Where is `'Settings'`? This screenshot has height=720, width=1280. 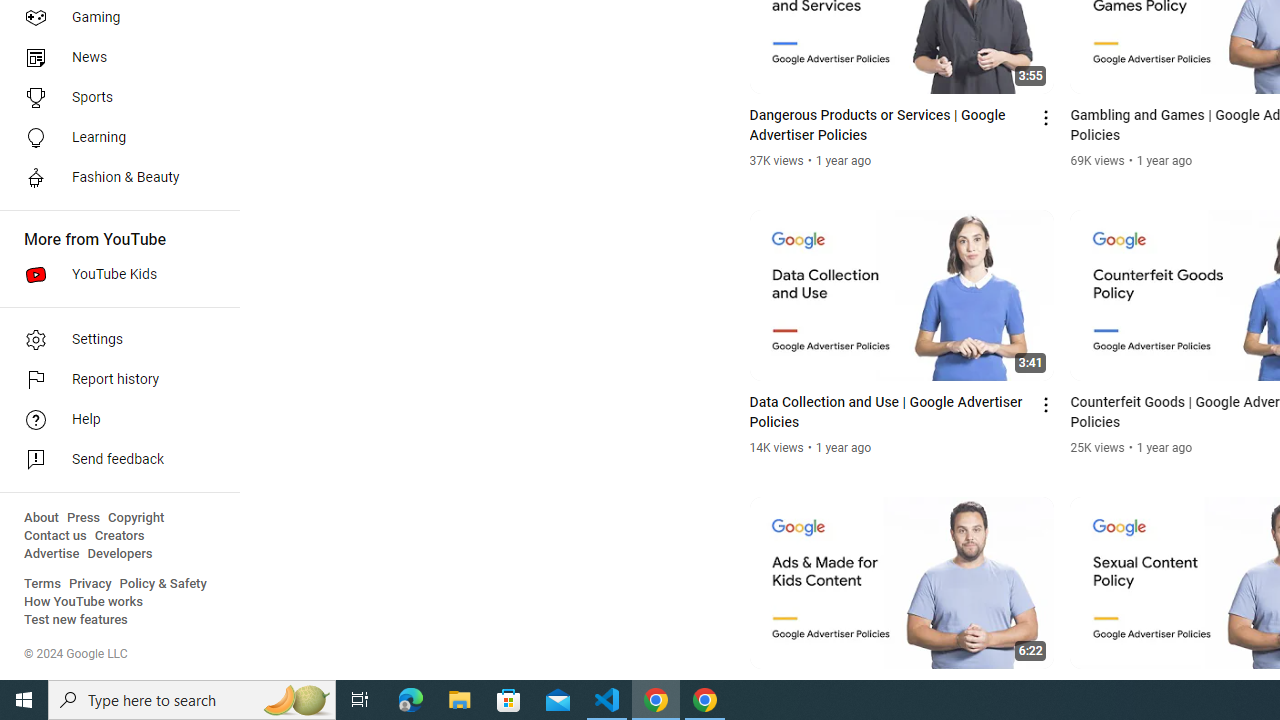
'Settings' is located at coordinates (112, 338).